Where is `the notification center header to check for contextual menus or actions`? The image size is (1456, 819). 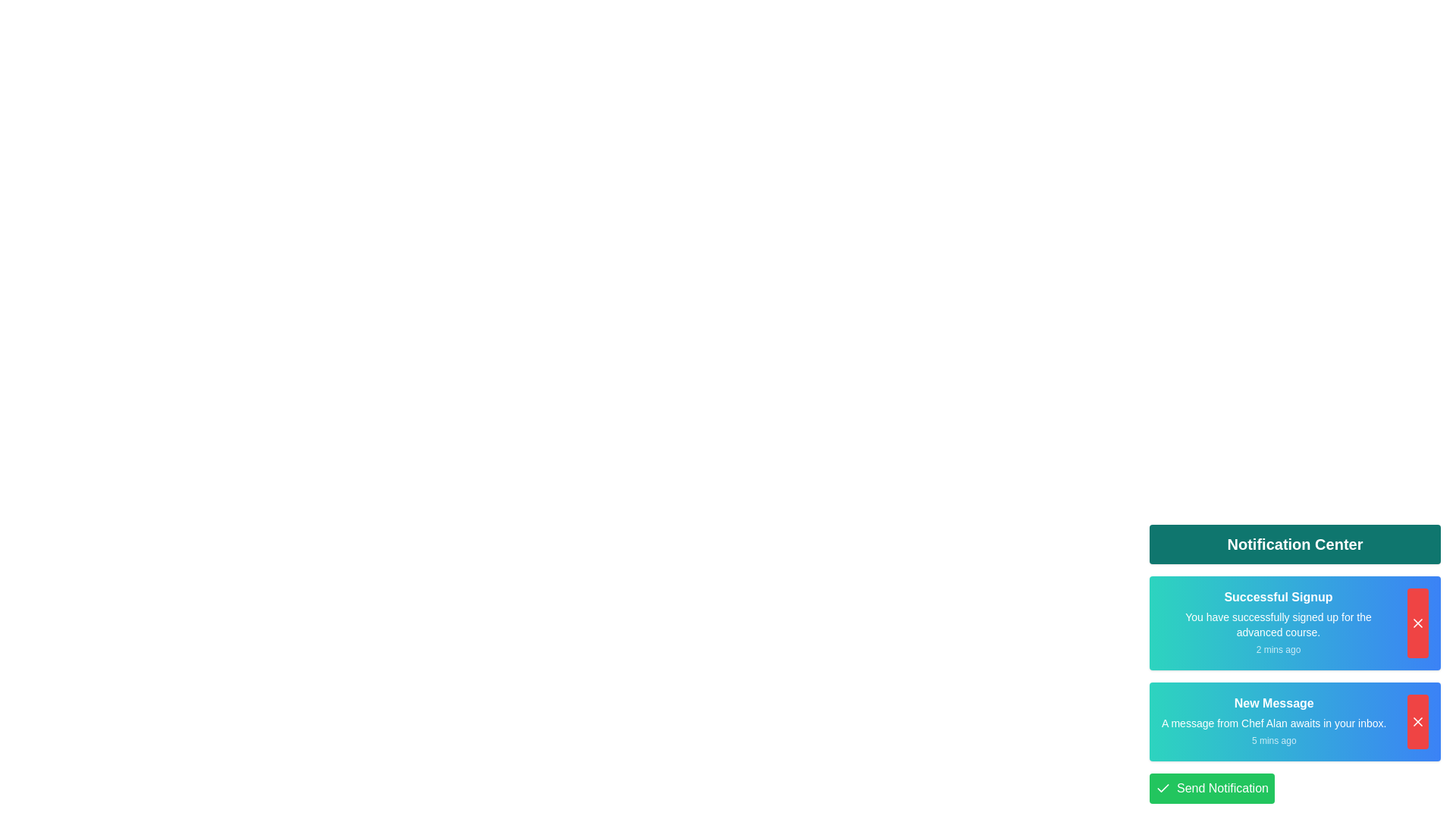 the notification center header to check for contextual menus or actions is located at coordinates (1294, 543).